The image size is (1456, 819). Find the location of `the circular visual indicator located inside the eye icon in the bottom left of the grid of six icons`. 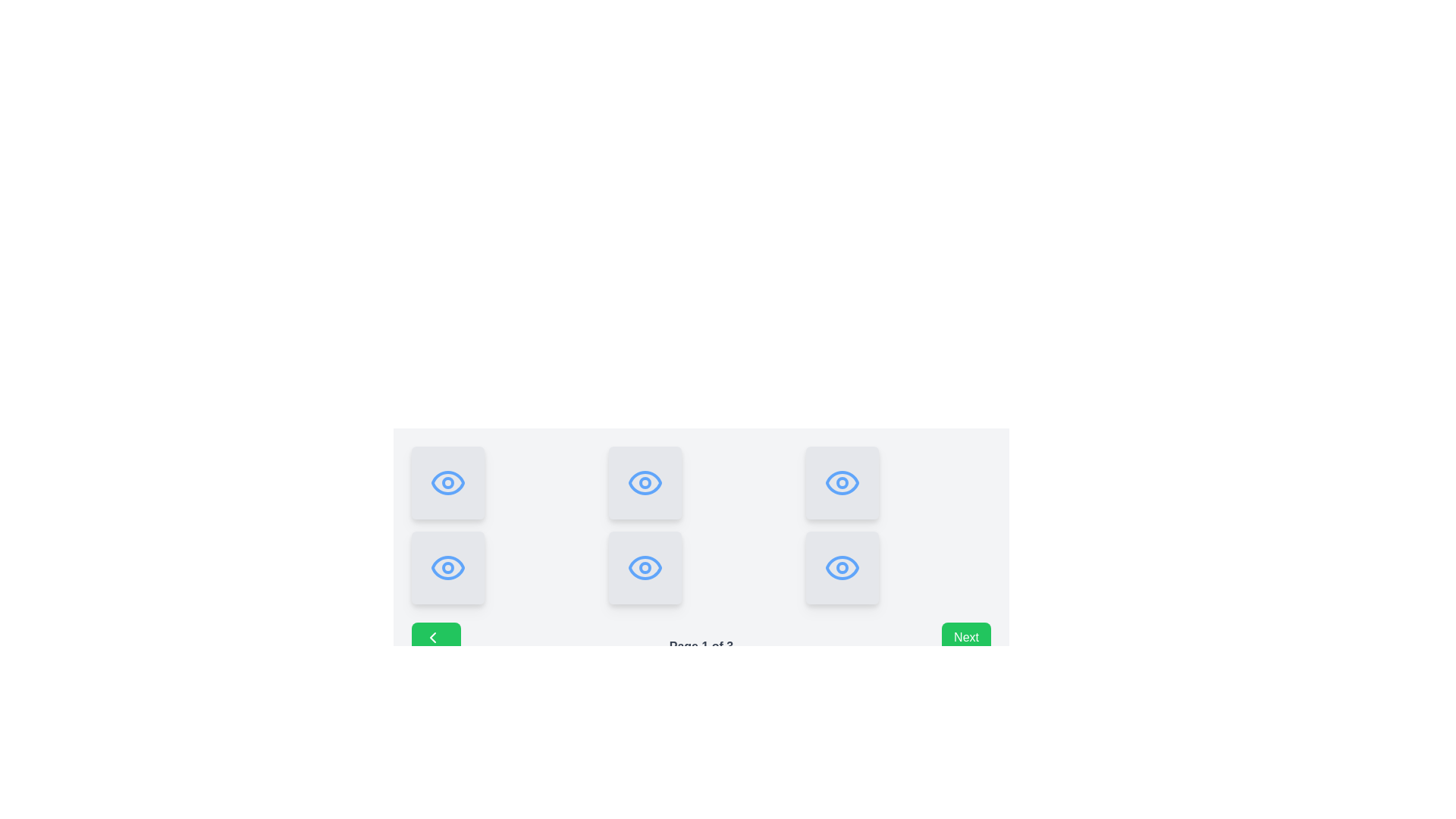

the circular visual indicator located inside the eye icon in the bottom left of the grid of six icons is located at coordinates (447, 567).